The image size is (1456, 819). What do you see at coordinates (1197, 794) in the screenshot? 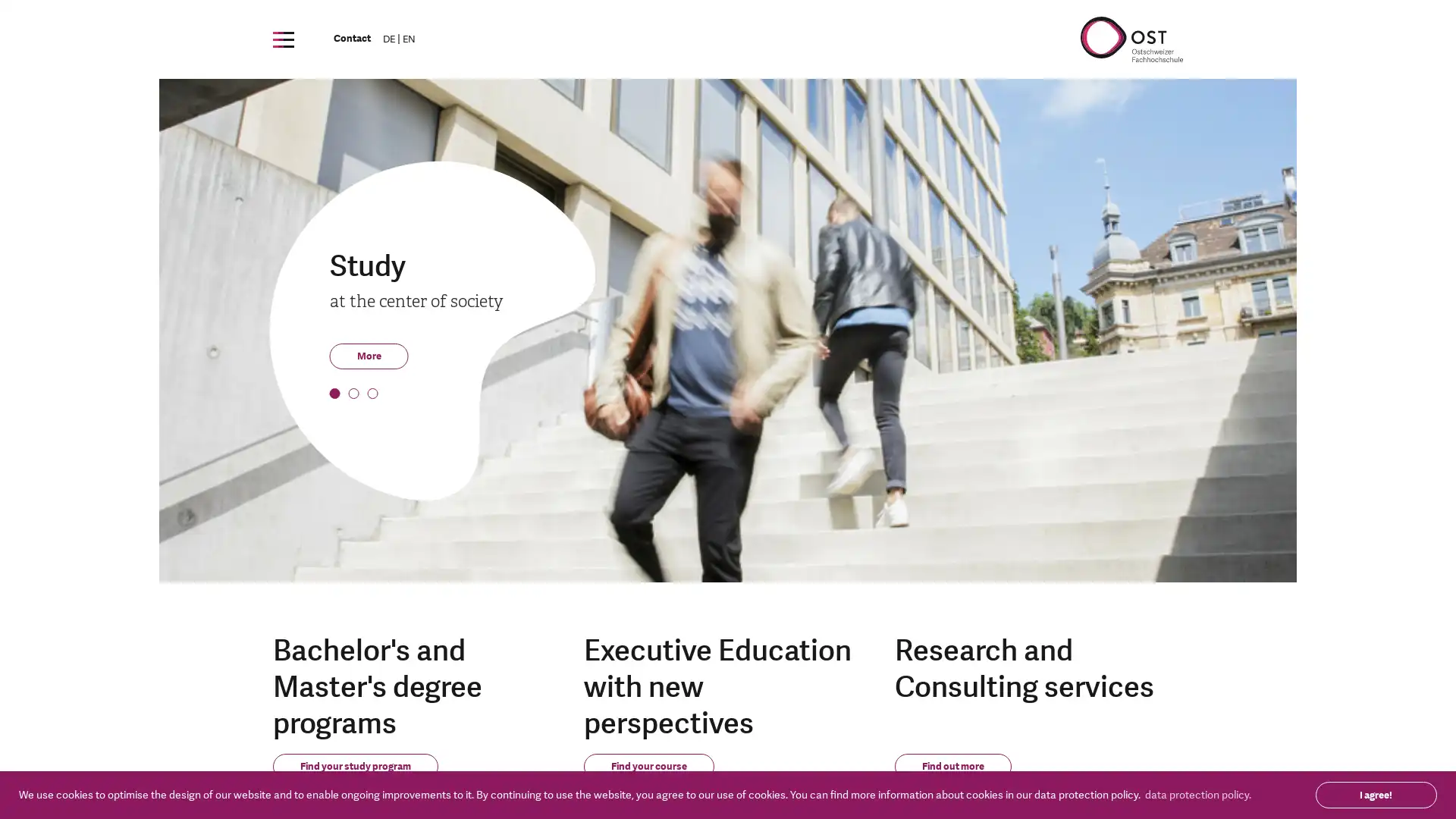
I see `learn more about cookies` at bounding box center [1197, 794].